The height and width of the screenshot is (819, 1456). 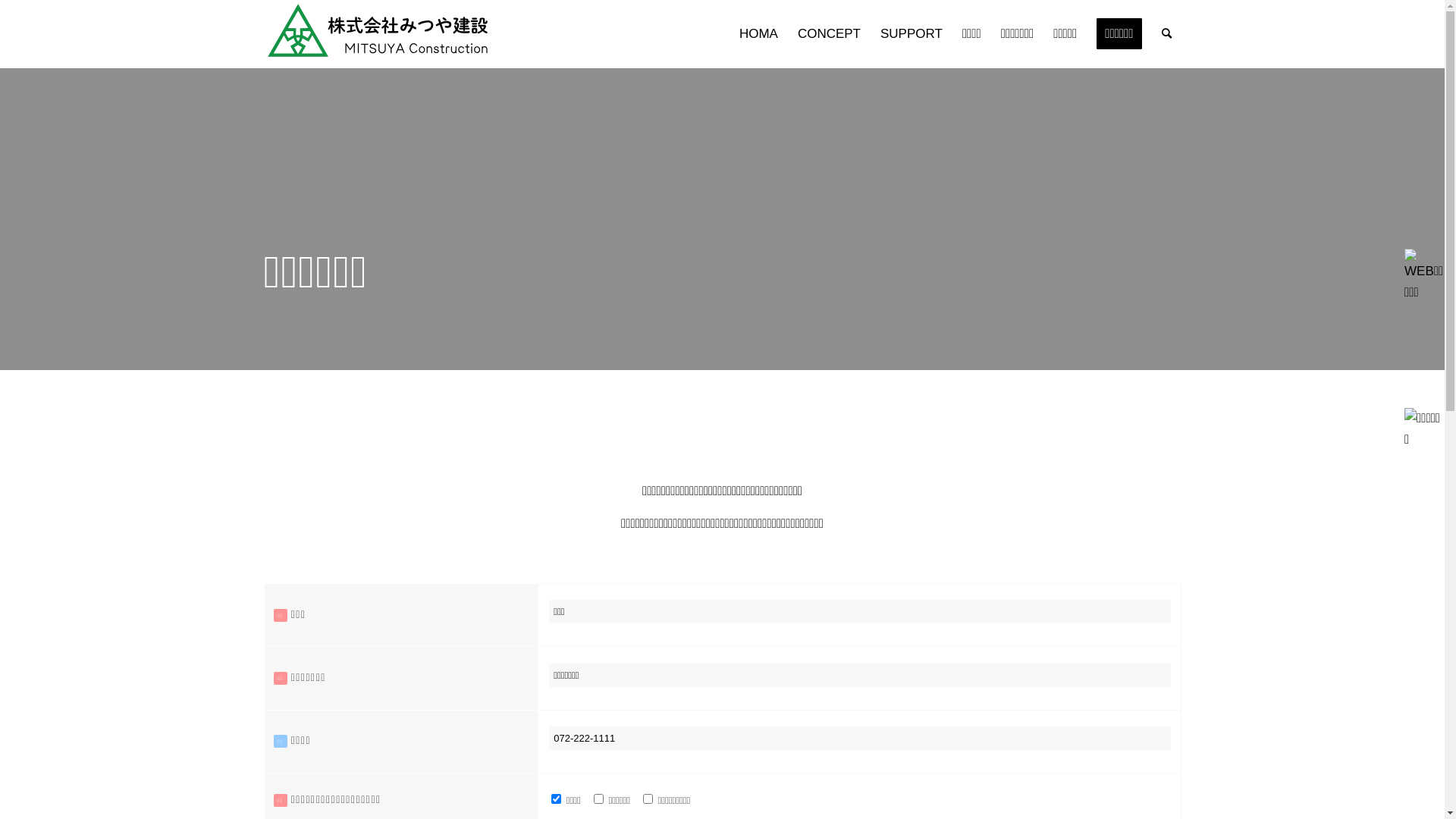 What do you see at coordinates (828, 34) in the screenshot?
I see `'CONCEPT'` at bounding box center [828, 34].